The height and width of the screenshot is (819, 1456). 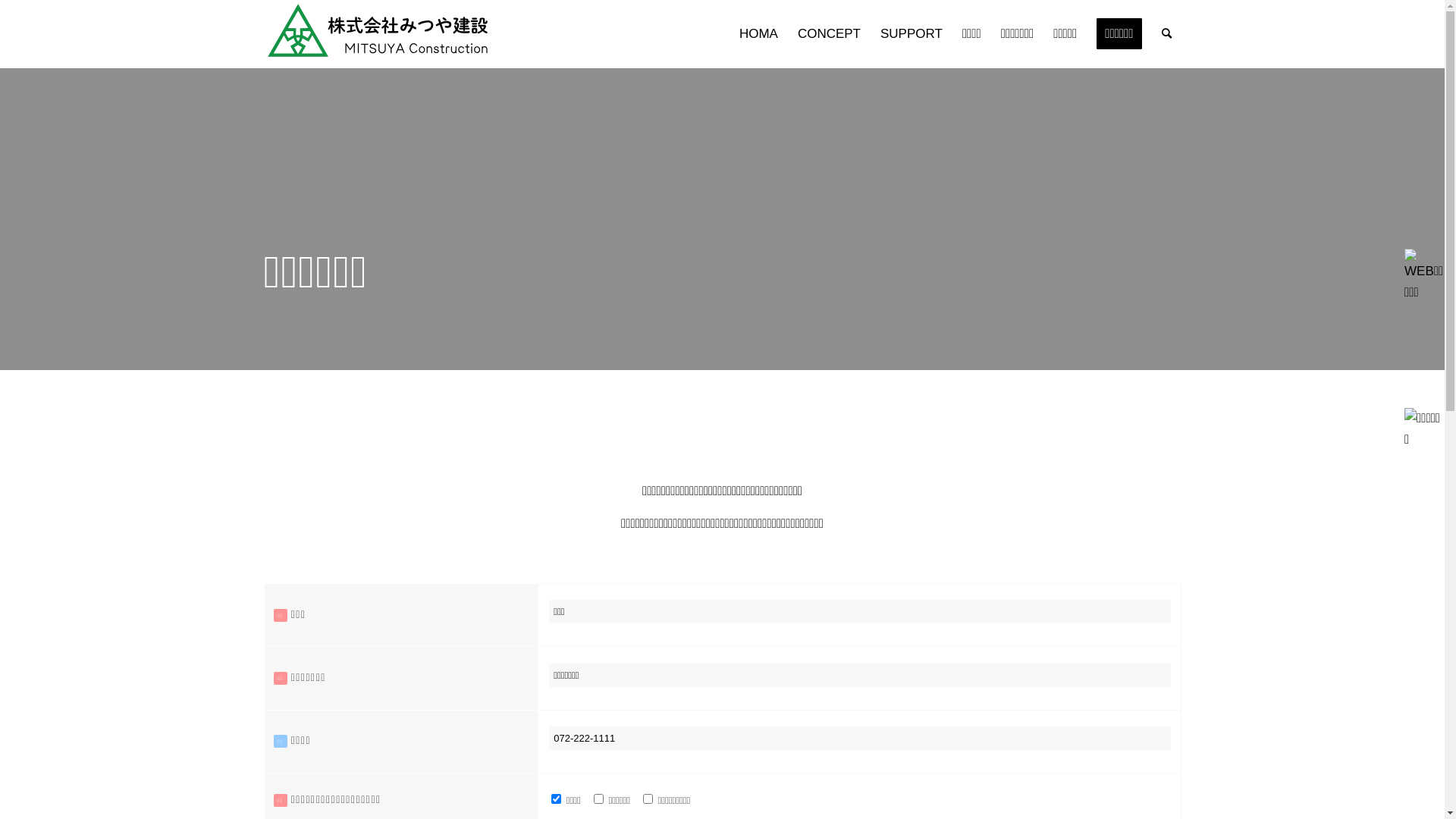 What do you see at coordinates (828, 34) in the screenshot?
I see `'CONCEPT'` at bounding box center [828, 34].